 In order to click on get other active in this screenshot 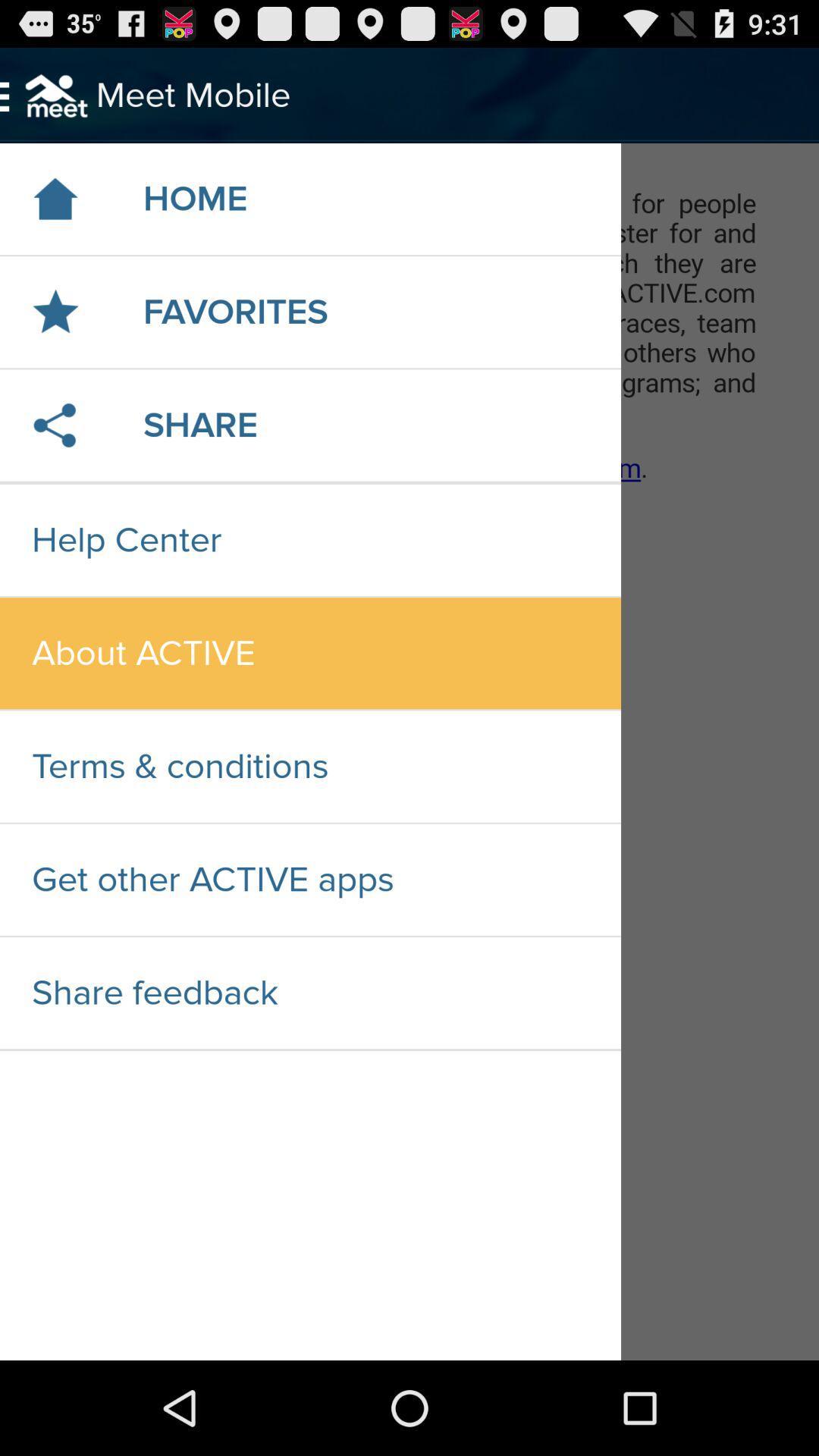, I will do `click(309, 880)`.